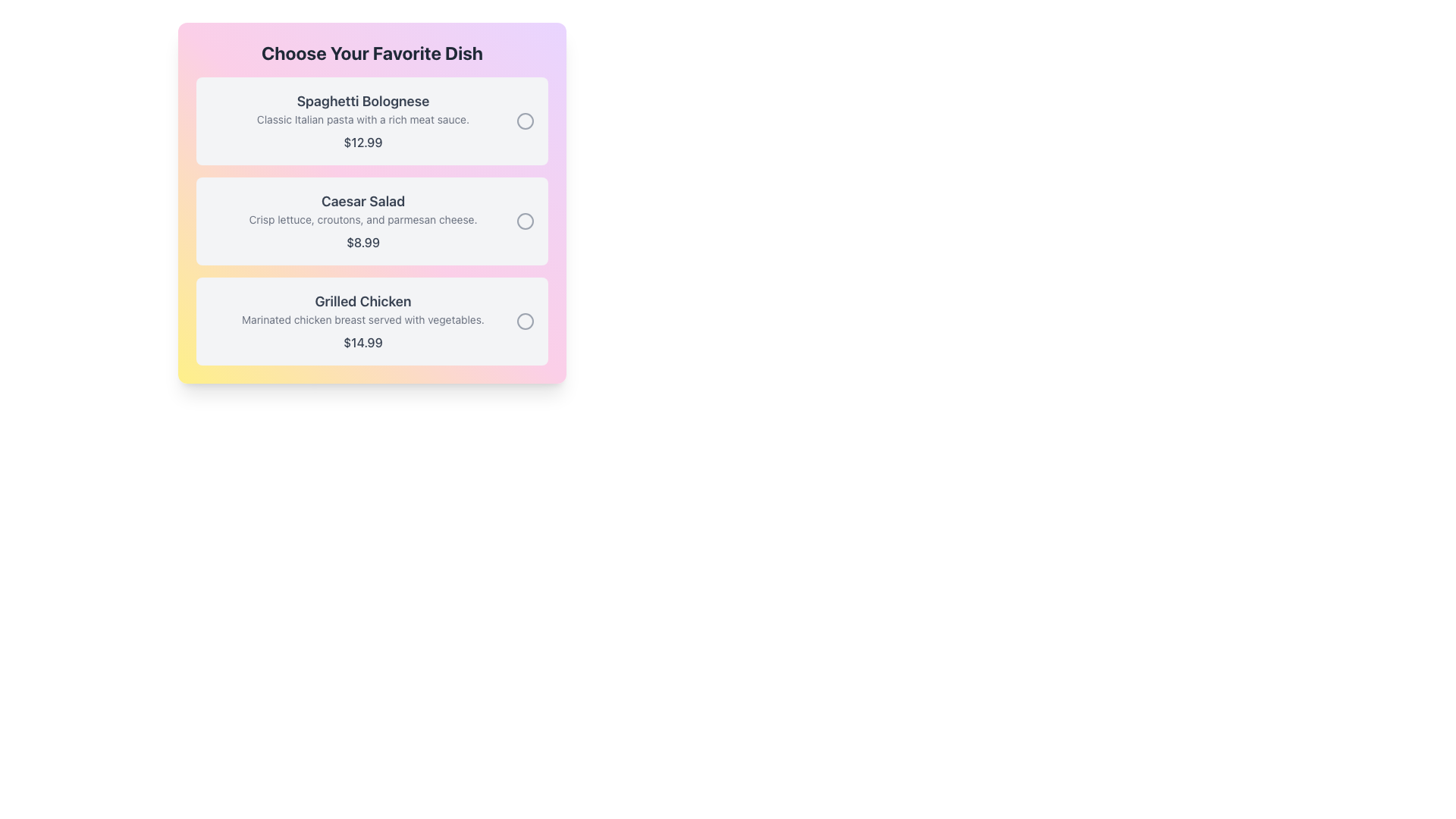 Image resolution: width=1456 pixels, height=819 pixels. What do you see at coordinates (372, 52) in the screenshot?
I see `the Text header located at the top of the central panel that introduces the list of favorite dish options` at bounding box center [372, 52].